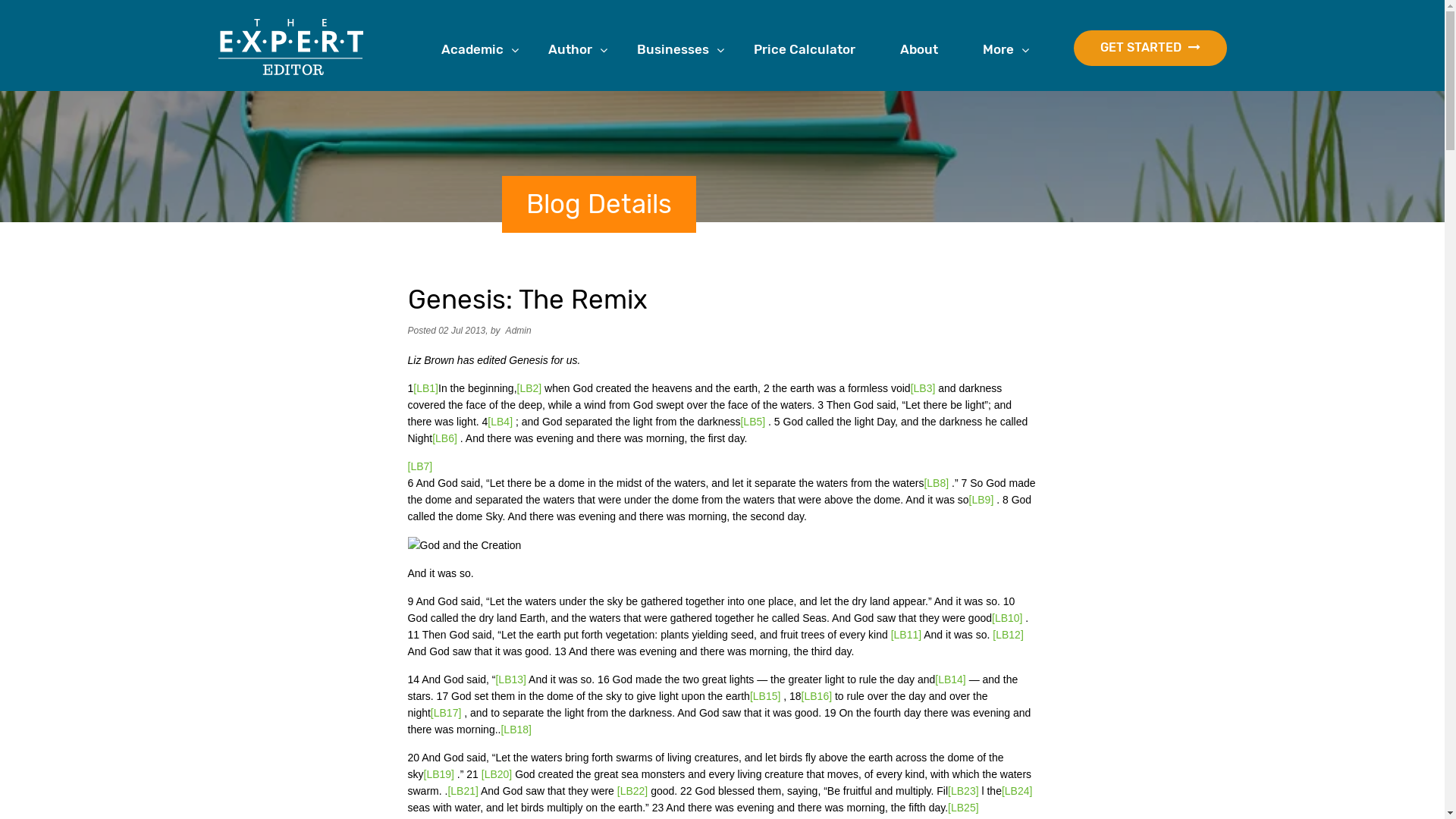 The image size is (1456, 819). I want to click on 'Academic', so click(477, 49).